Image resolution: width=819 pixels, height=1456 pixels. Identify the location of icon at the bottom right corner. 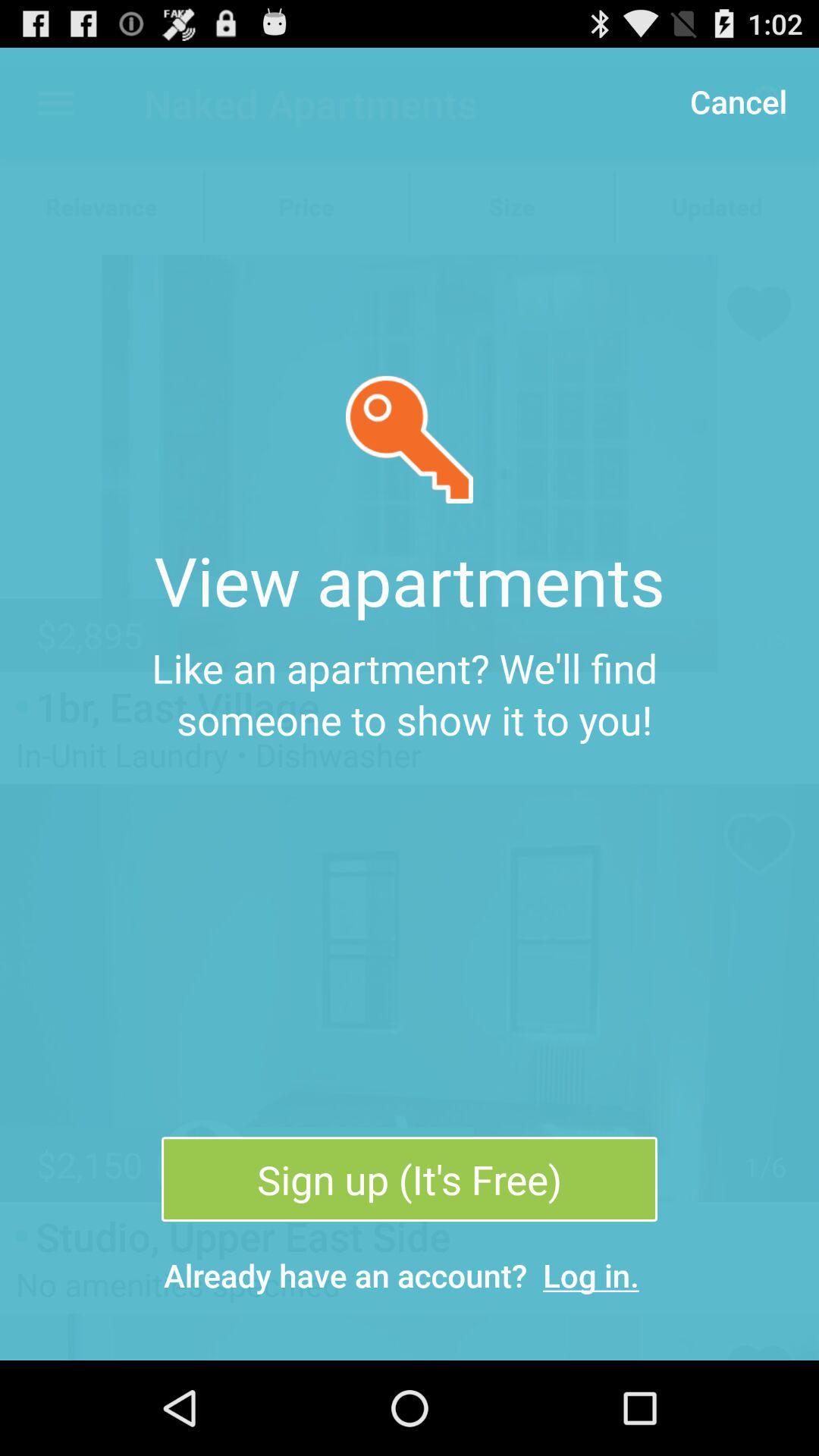
(590, 1274).